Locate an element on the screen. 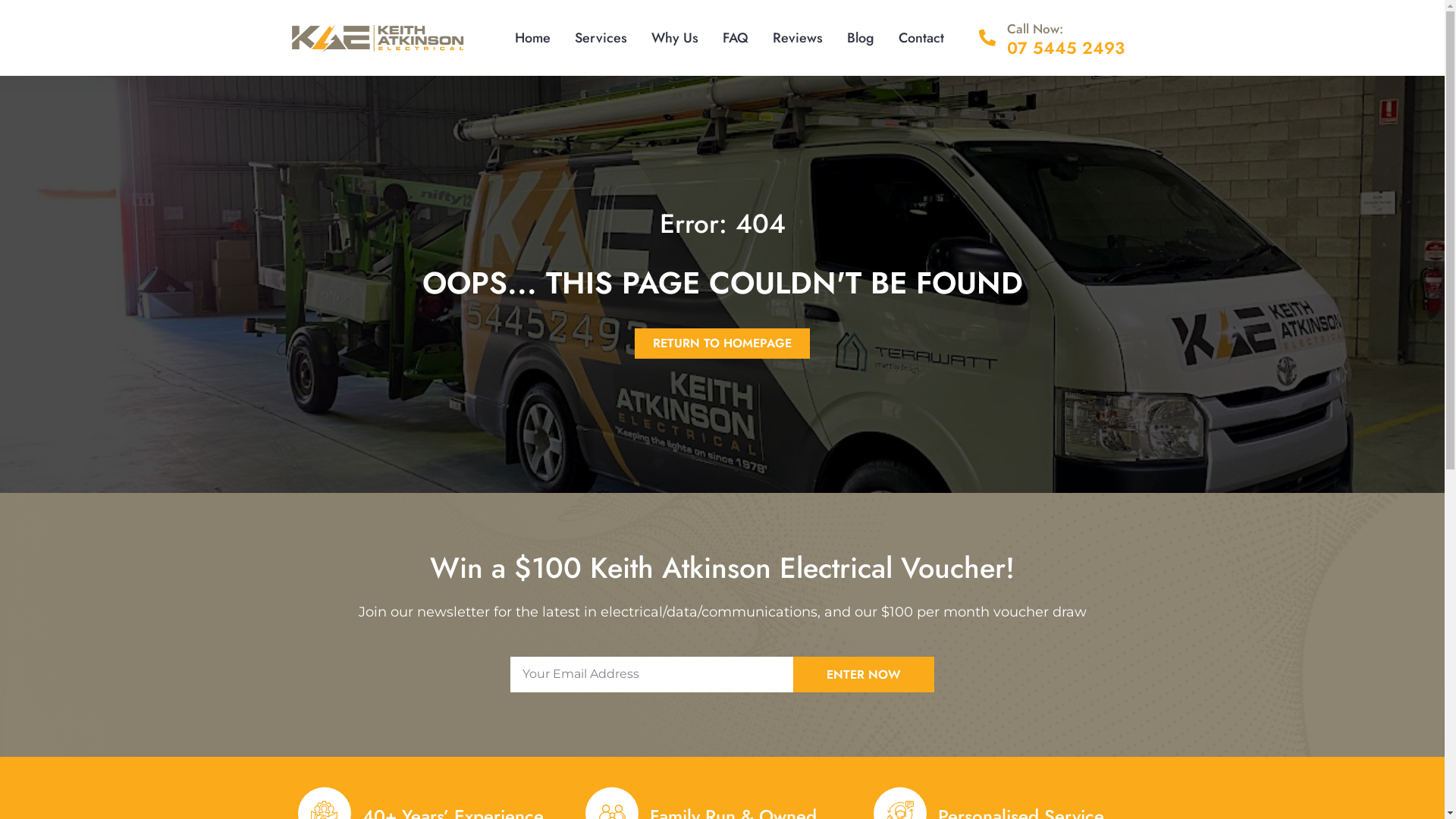 This screenshot has height=819, width=1456. 'Reviews' is located at coordinates (761, 37).